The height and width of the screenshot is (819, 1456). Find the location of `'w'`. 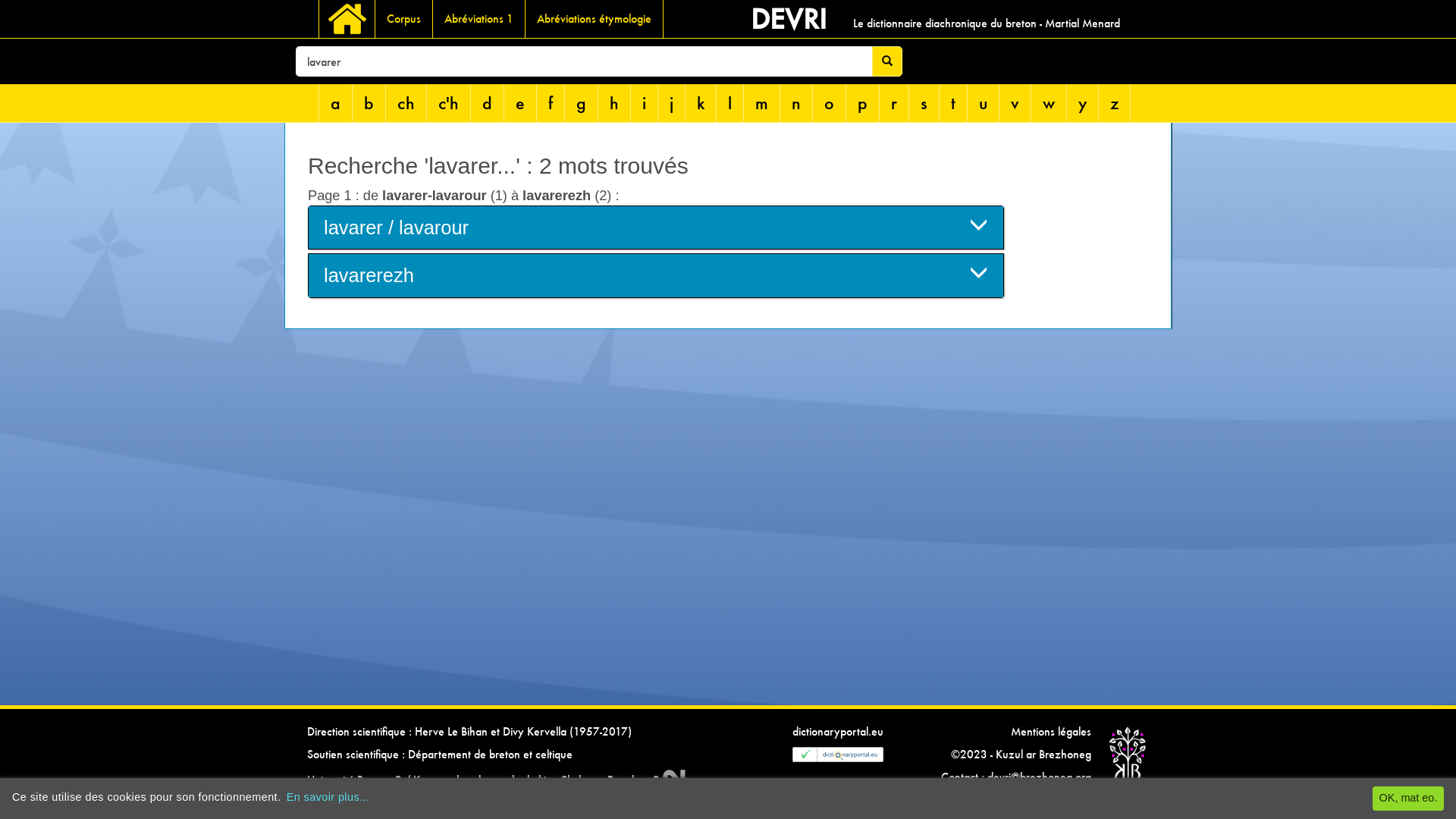

'w' is located at coordinates (1048, 102).